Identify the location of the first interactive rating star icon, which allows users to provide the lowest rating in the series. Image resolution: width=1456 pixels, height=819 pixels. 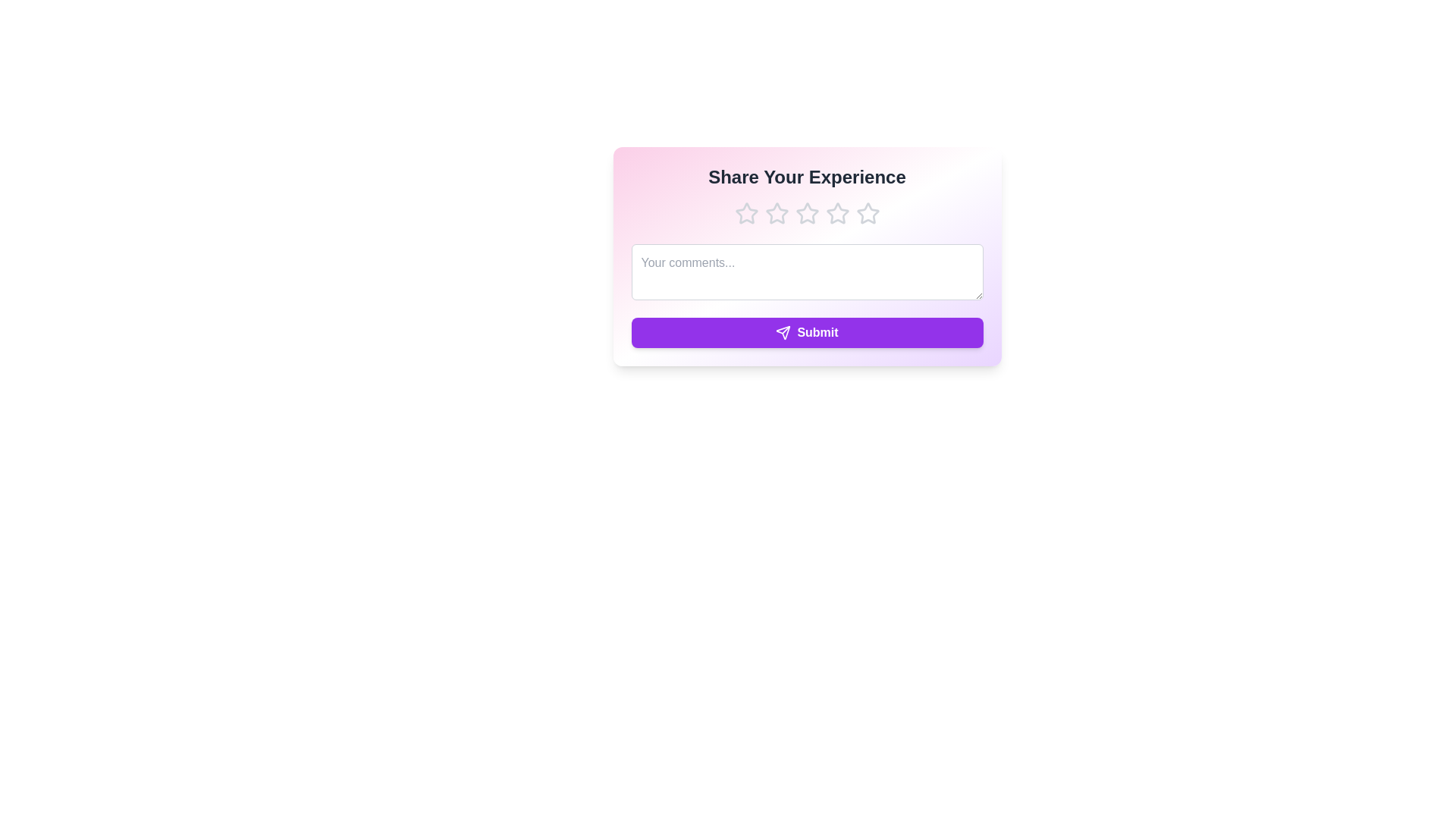
(746, 213).